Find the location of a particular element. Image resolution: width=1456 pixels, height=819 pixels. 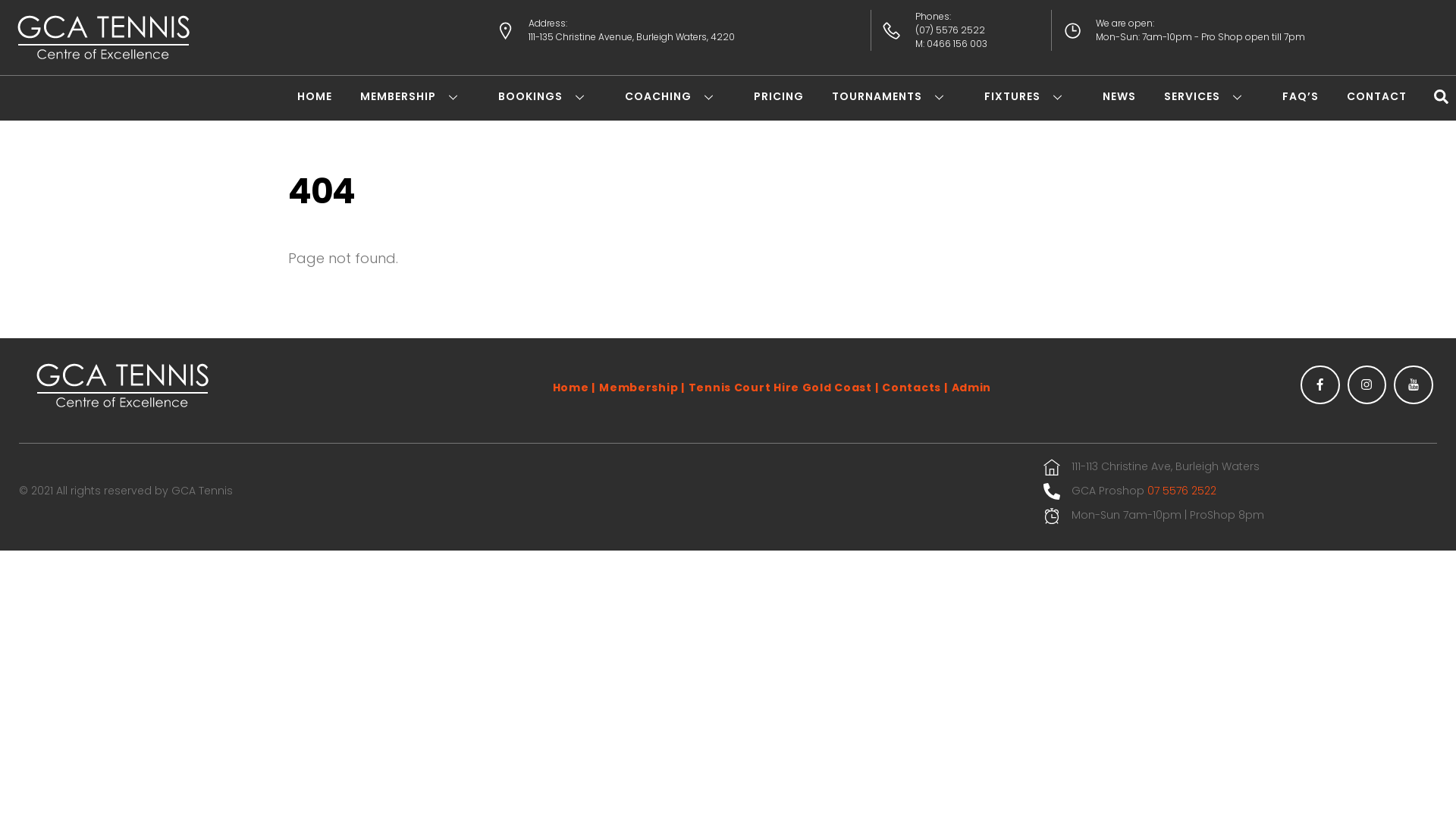

'TOURNAMENTS' is located at coordinates (894, 96).